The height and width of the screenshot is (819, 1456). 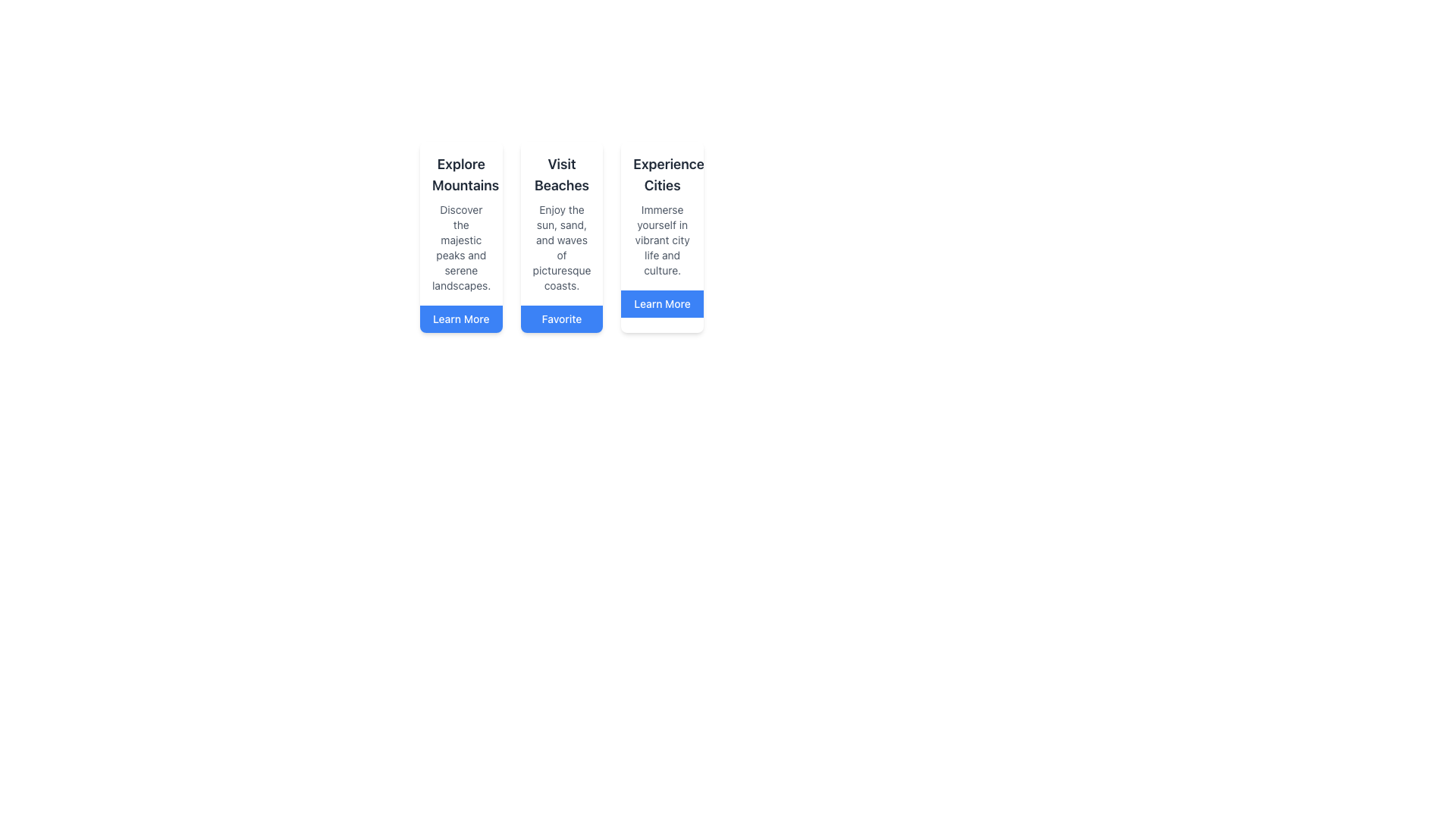 I want to click on the Informational Text Block featuring the heading 'Explore Mountains' and a descriptive paragraph about majestic peaks and serene landscapes, so click(x=460, y=223).